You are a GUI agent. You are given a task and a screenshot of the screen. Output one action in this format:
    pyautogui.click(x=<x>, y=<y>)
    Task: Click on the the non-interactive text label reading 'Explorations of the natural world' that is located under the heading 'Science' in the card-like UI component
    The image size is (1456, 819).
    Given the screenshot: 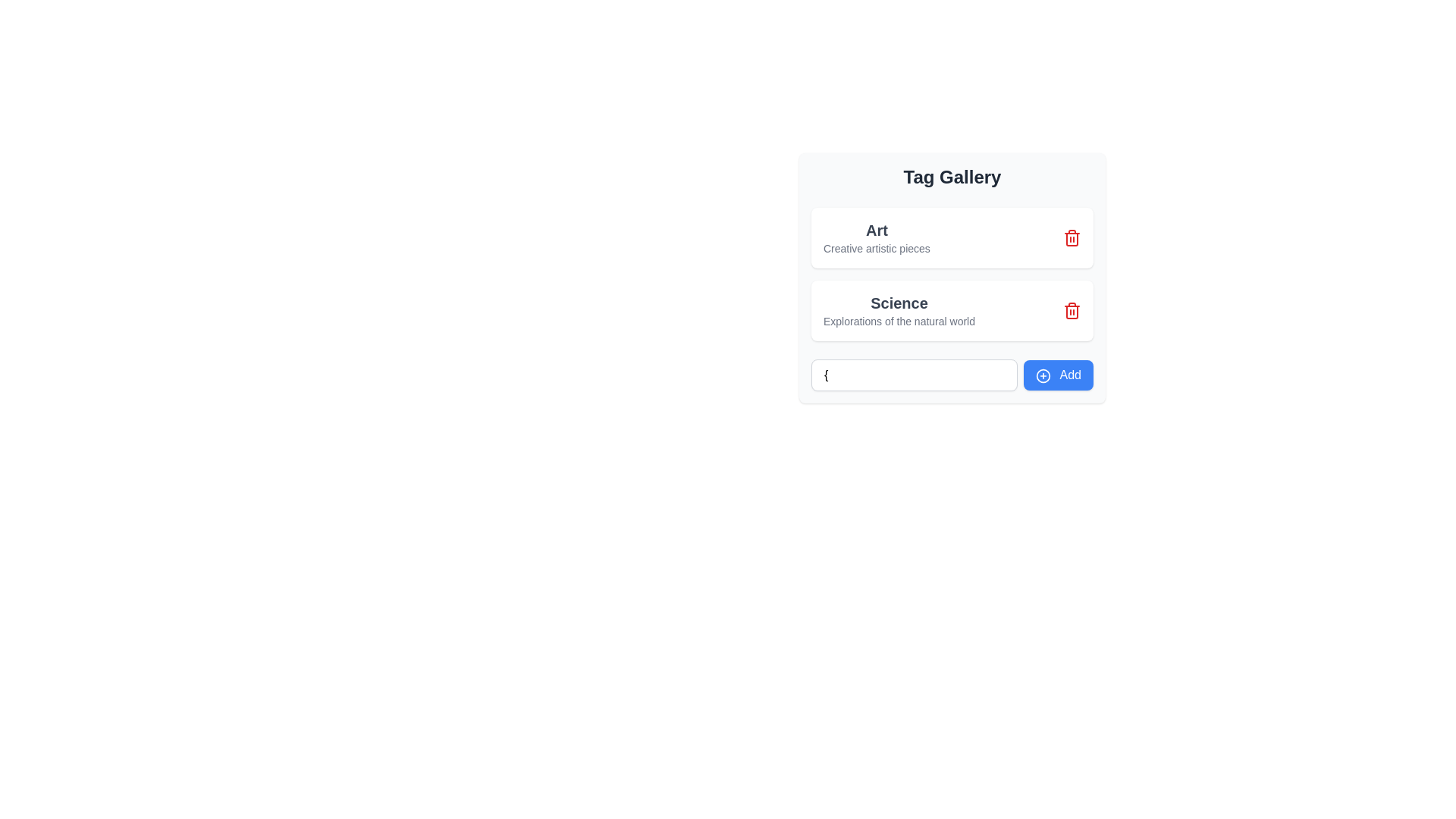 What is the action you would take?
    pyautogui.click(x=899, y=321)
    